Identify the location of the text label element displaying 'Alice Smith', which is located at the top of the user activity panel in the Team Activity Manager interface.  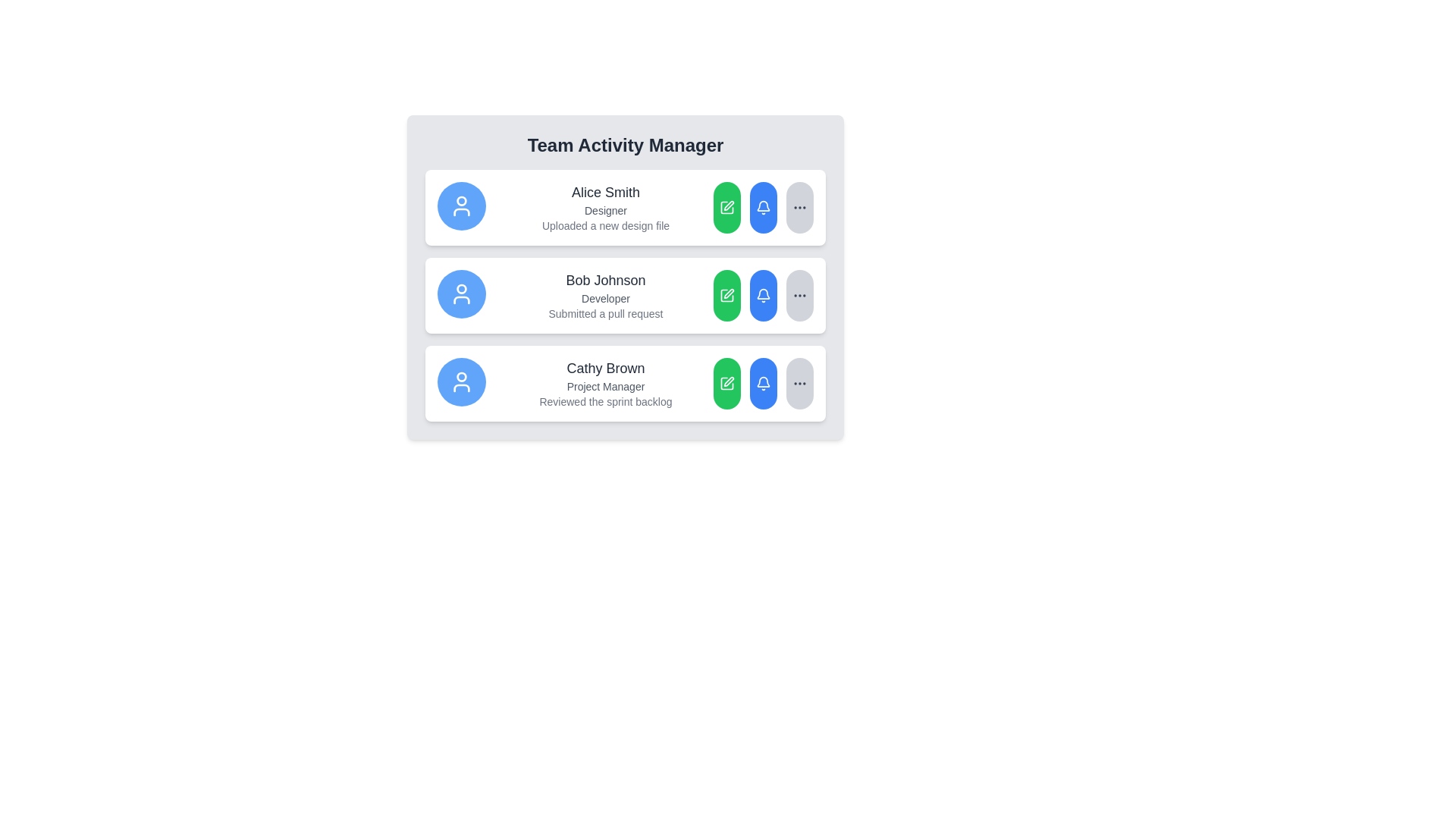
(604, 192).